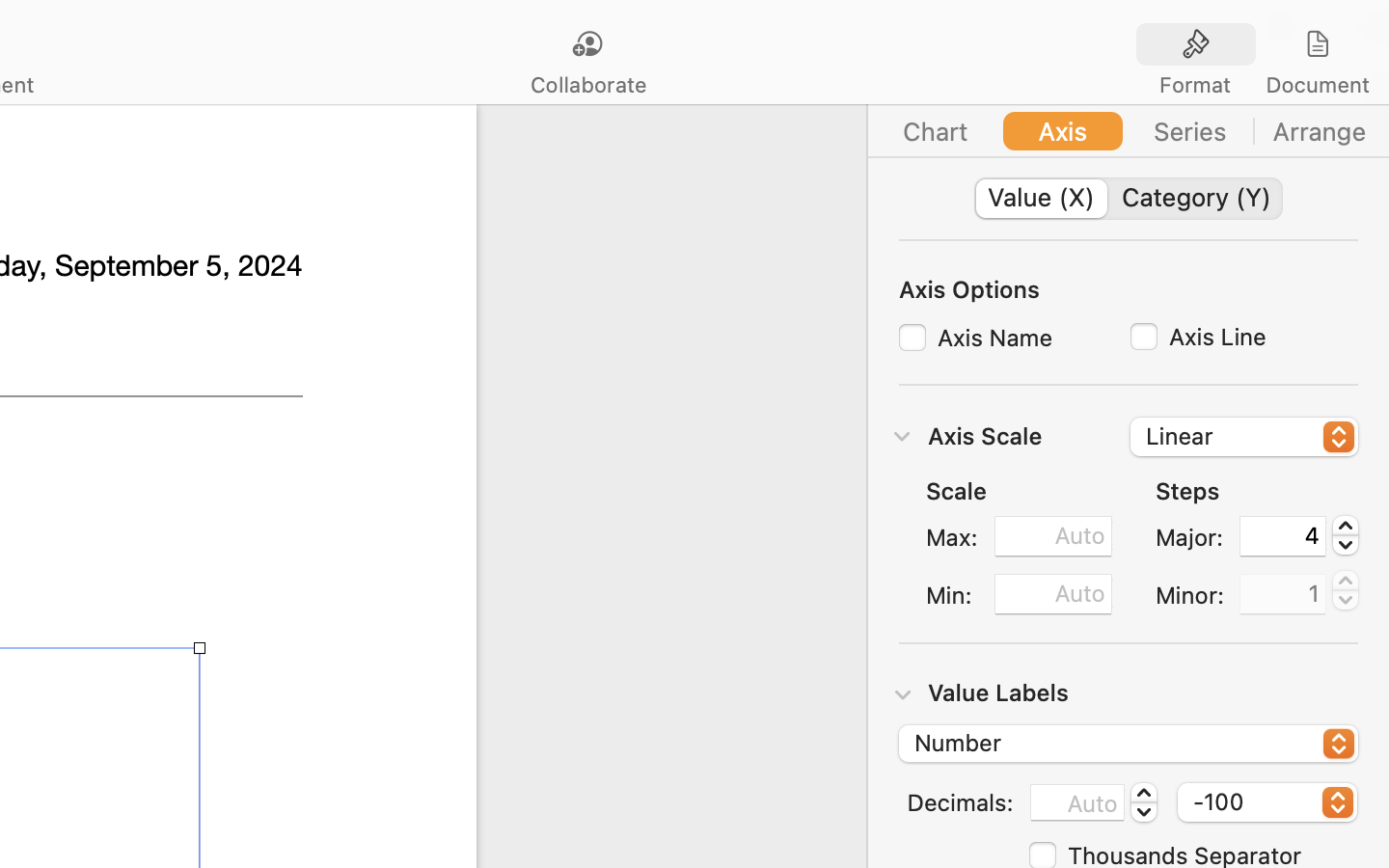 The height and width of the screenshot is (868, 1389). Describe the element at coordinates (983, 434) in the screenshot. I see `'Axis Scale'` at that location.